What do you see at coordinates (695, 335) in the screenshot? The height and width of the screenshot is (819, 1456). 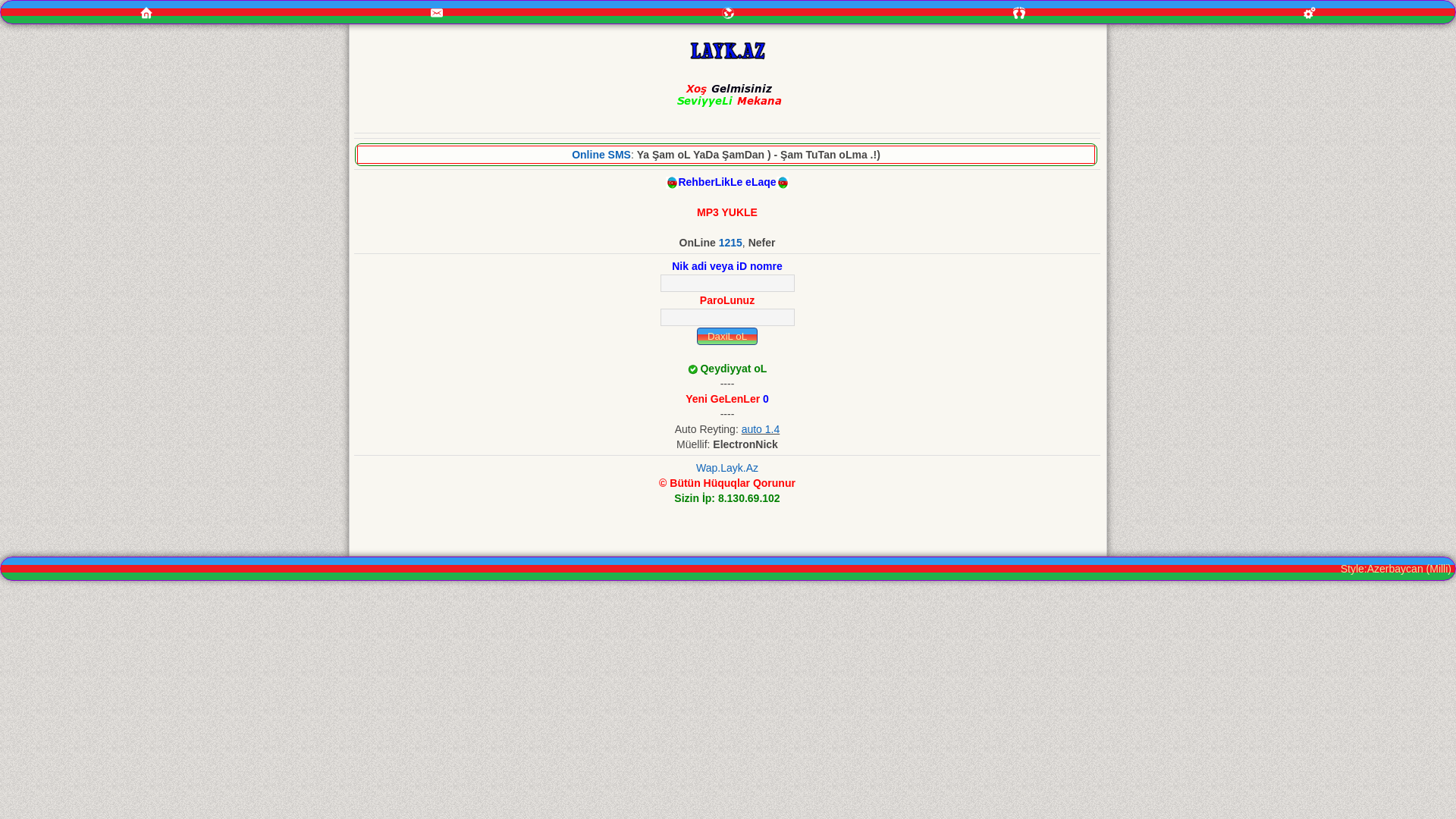 I see `'DaxiL oL'` at bounding box center [695, 335].